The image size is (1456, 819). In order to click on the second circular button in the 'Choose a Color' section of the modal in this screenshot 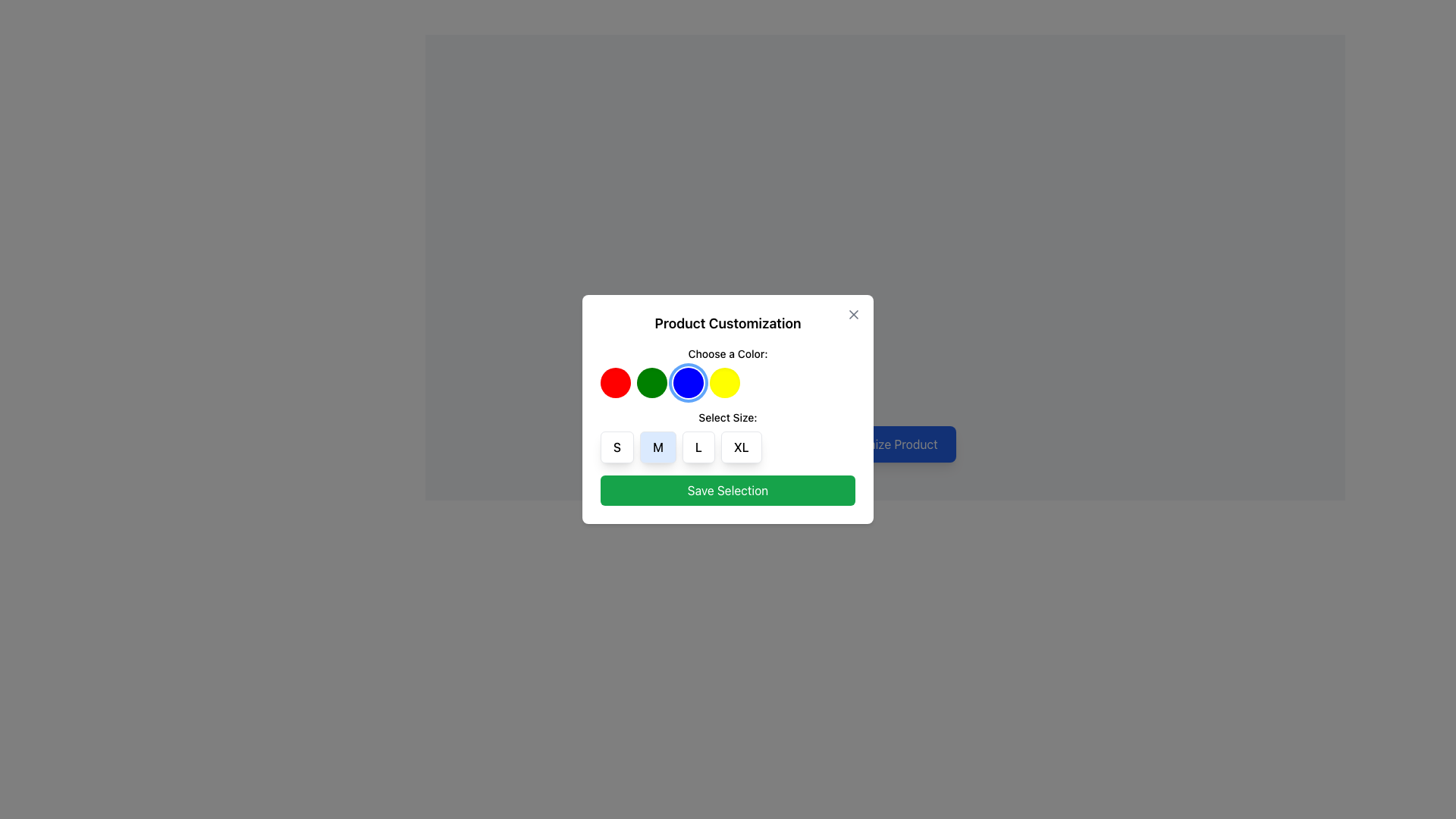, I will do `click(651, 382)`.